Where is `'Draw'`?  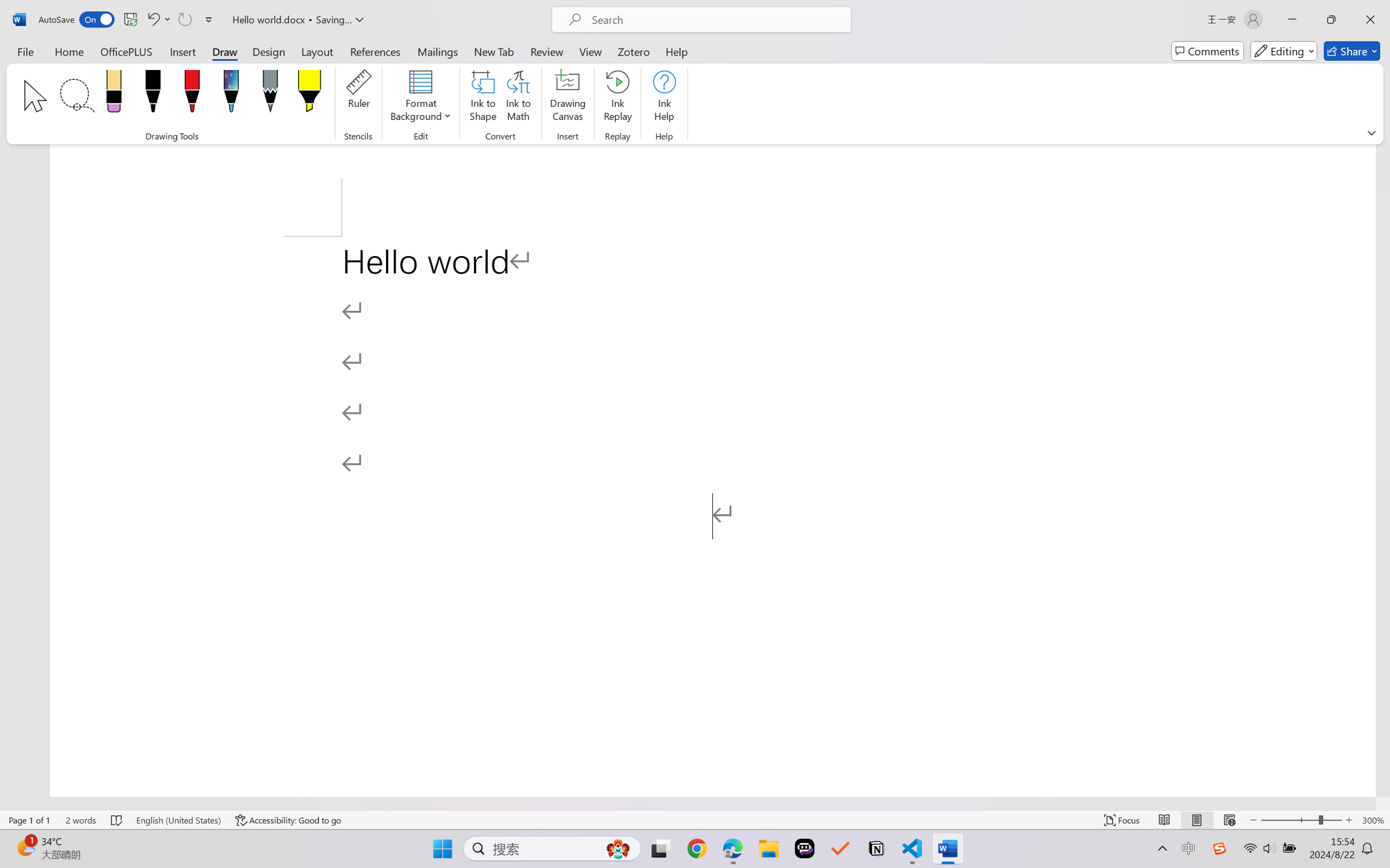 'Draw' is located at coordinates (225, 51).